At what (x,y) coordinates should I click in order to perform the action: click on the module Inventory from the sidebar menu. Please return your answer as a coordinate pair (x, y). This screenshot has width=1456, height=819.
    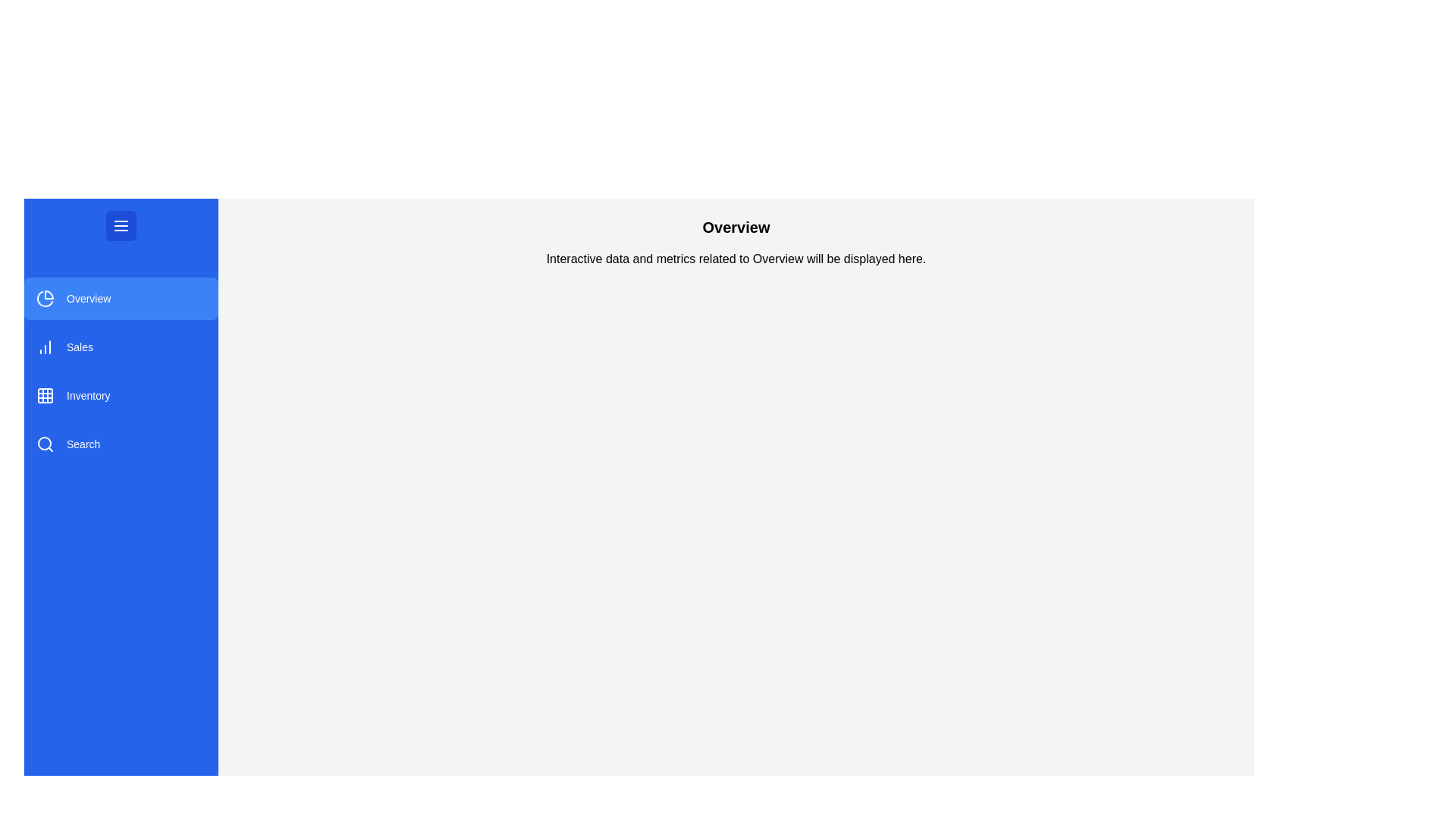
    Looking at the image, I should click on (120, 394).